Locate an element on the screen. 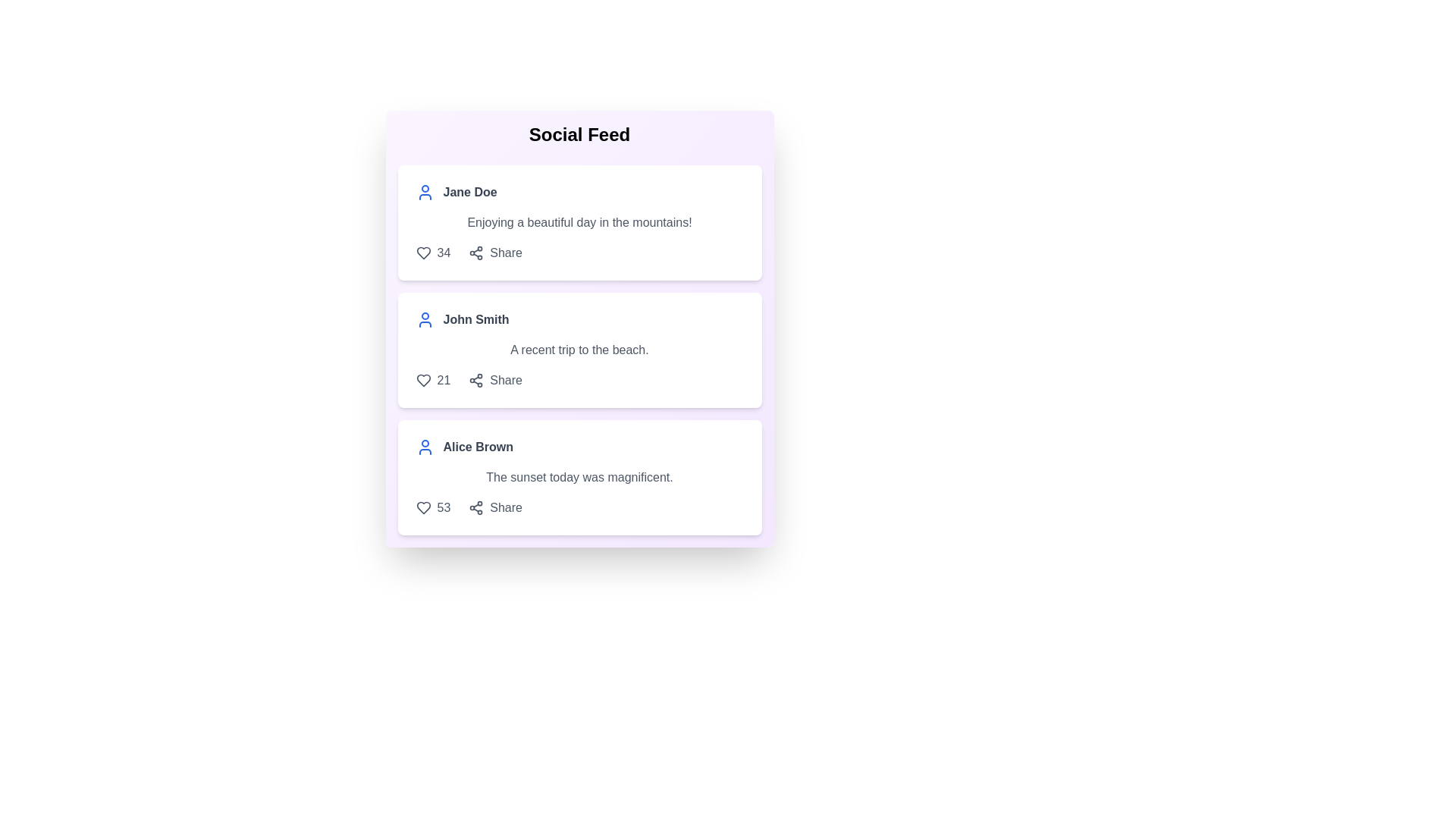  'Like' button for the post by Jane Doe is located at coordinates (423, 253).